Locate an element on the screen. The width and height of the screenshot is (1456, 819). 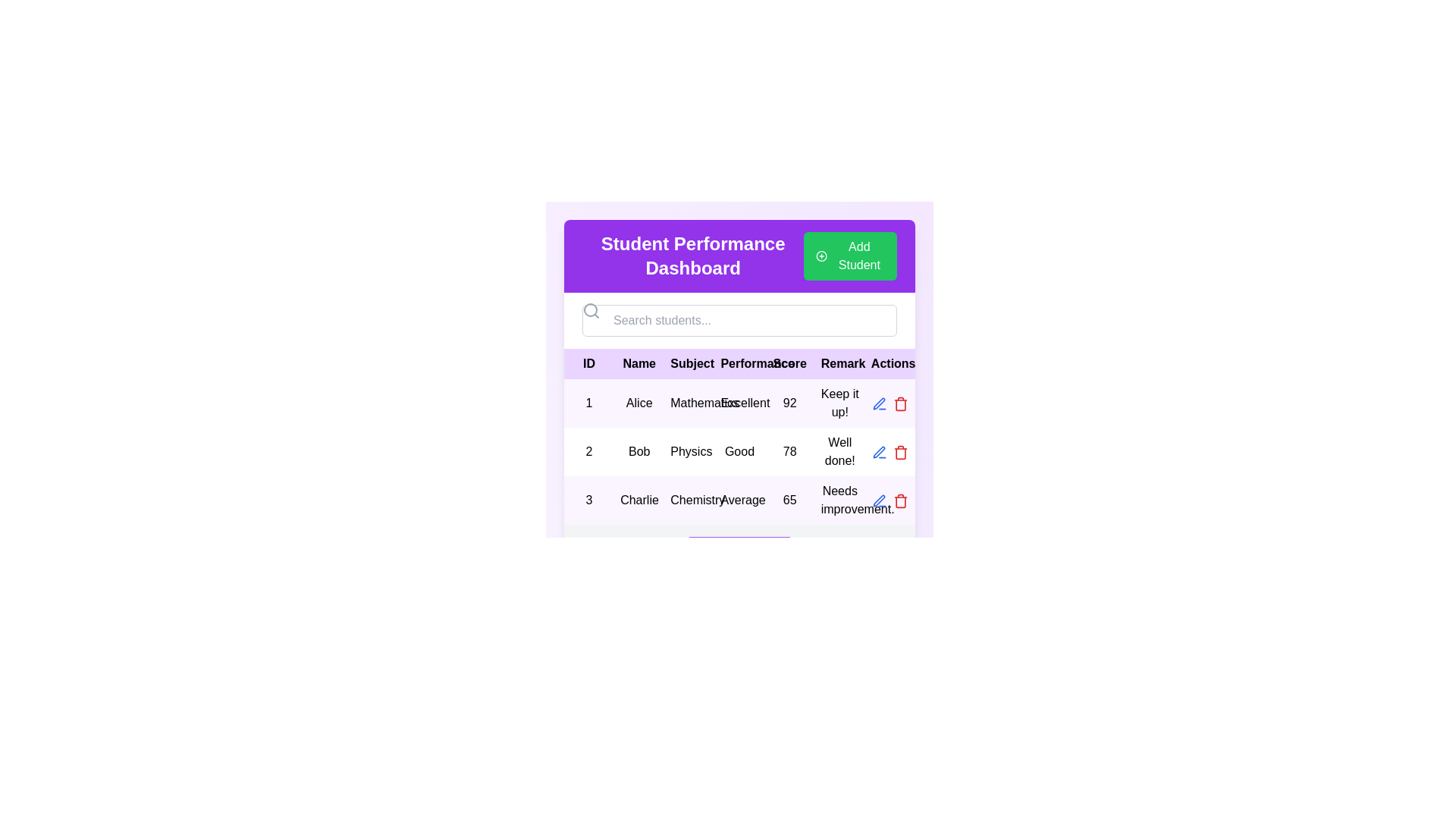
the static text displaying the performance rating 'Excellent' for the student Alice in the Mathematics performance table is located at coordinates (739, 403).